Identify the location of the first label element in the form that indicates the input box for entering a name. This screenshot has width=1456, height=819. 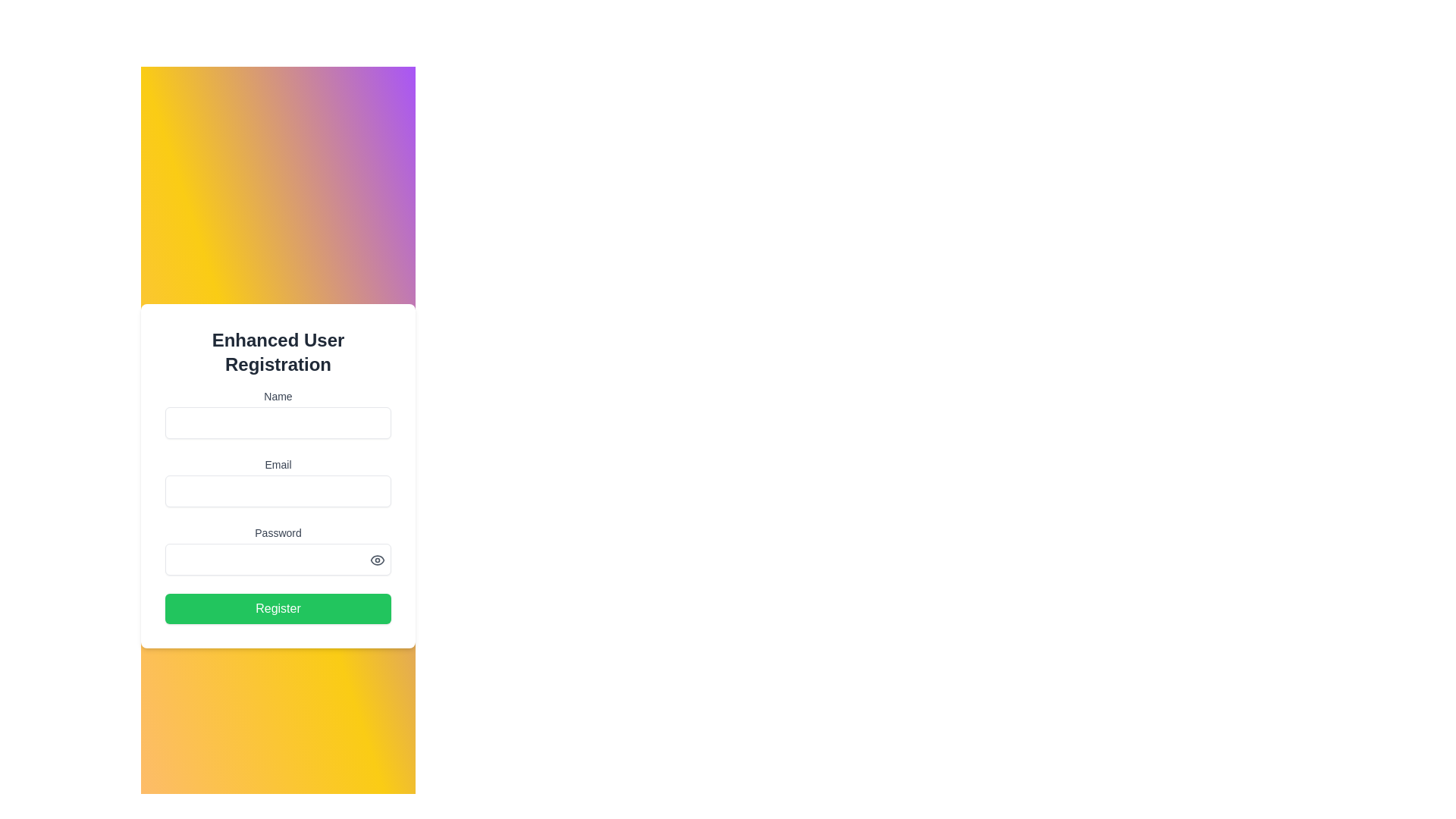
(278, 396).